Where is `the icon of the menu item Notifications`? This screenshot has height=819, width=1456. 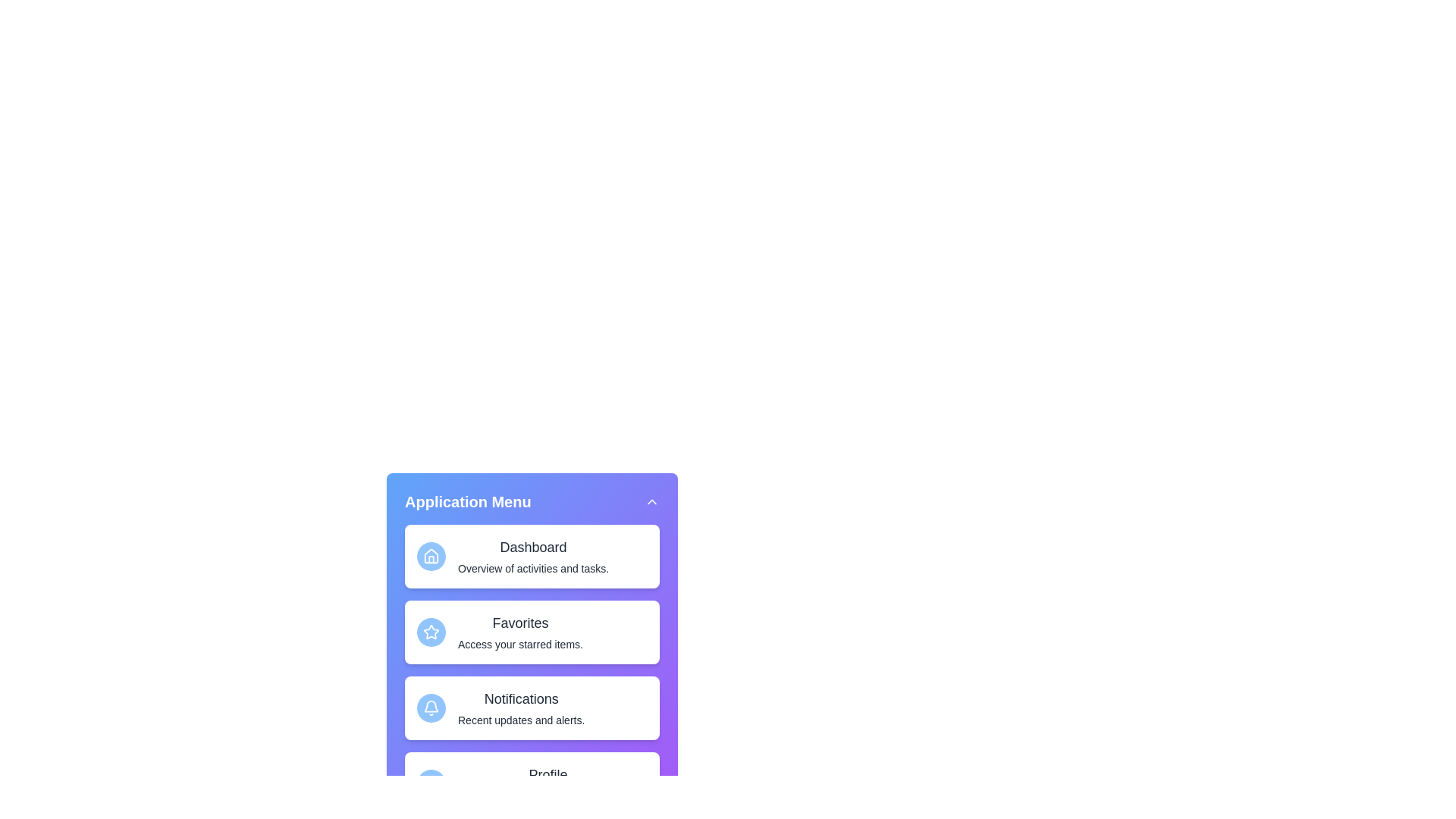
the icon of the menu item Notifications is located at coordinates (431, 708).